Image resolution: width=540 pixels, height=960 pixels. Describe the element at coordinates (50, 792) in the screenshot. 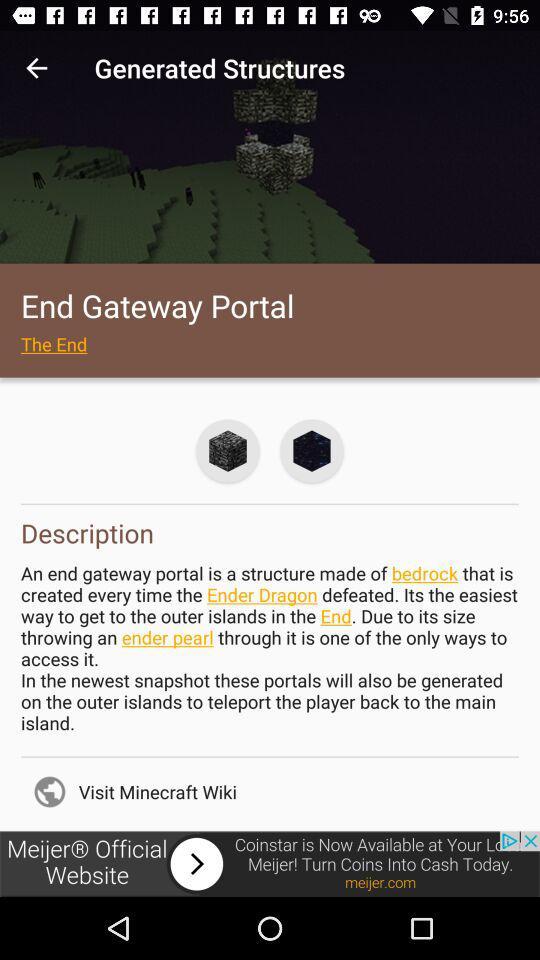

I see `globe icon which is on the left side of visit minecraft wiki` at that location.